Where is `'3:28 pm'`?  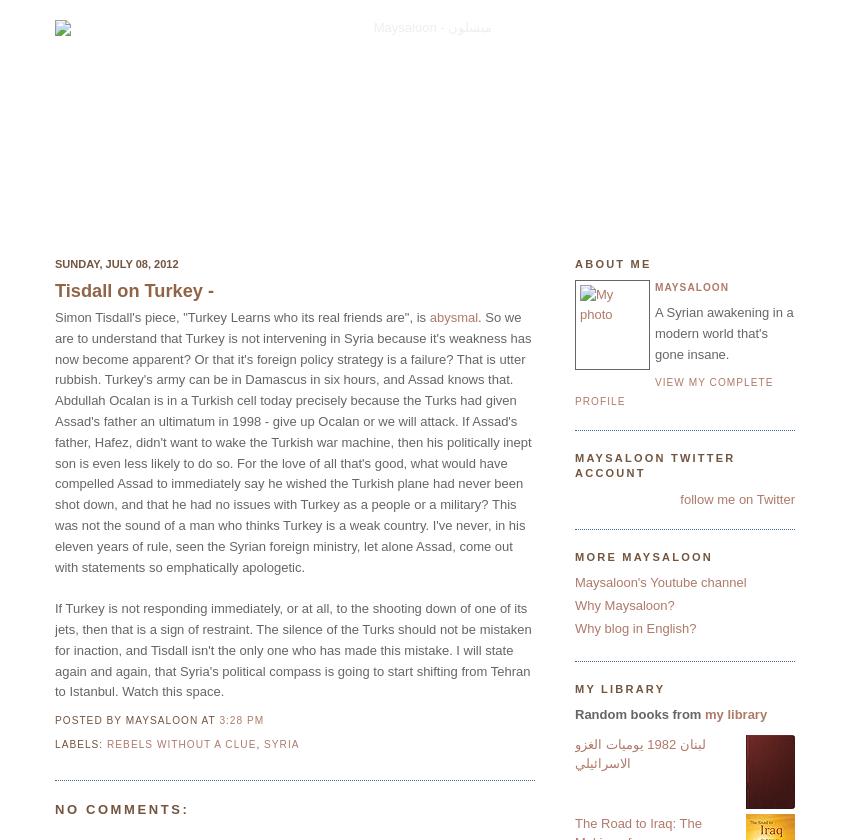 '3:28 pm' is located at coordinates (241, 719).